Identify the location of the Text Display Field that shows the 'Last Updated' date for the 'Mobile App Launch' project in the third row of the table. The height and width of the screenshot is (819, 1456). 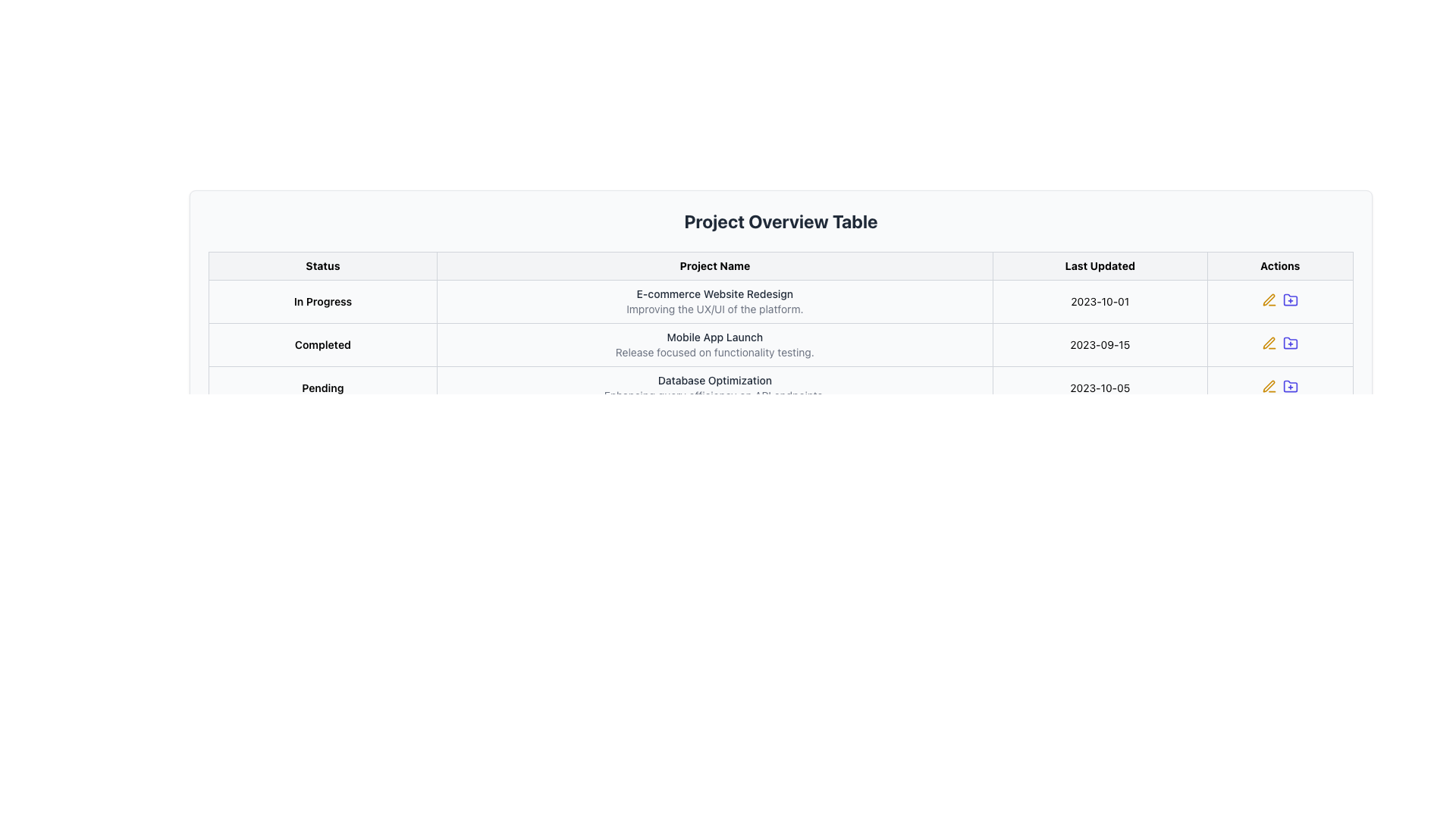
(1100, 345).